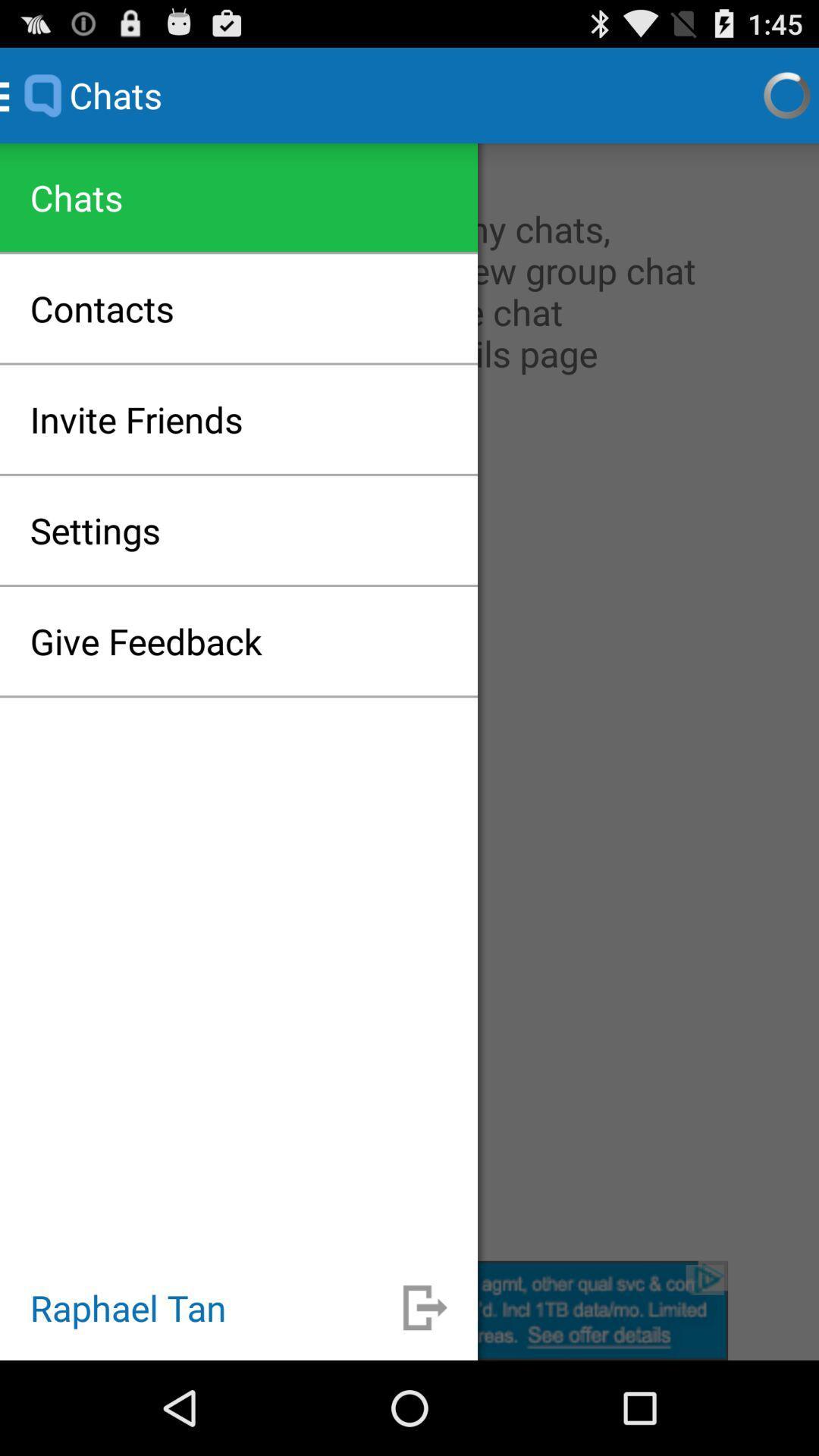 Image resolution: width=819 pixels, height=1456 pixels. I want to click on exit app button, so click(425, 1307).